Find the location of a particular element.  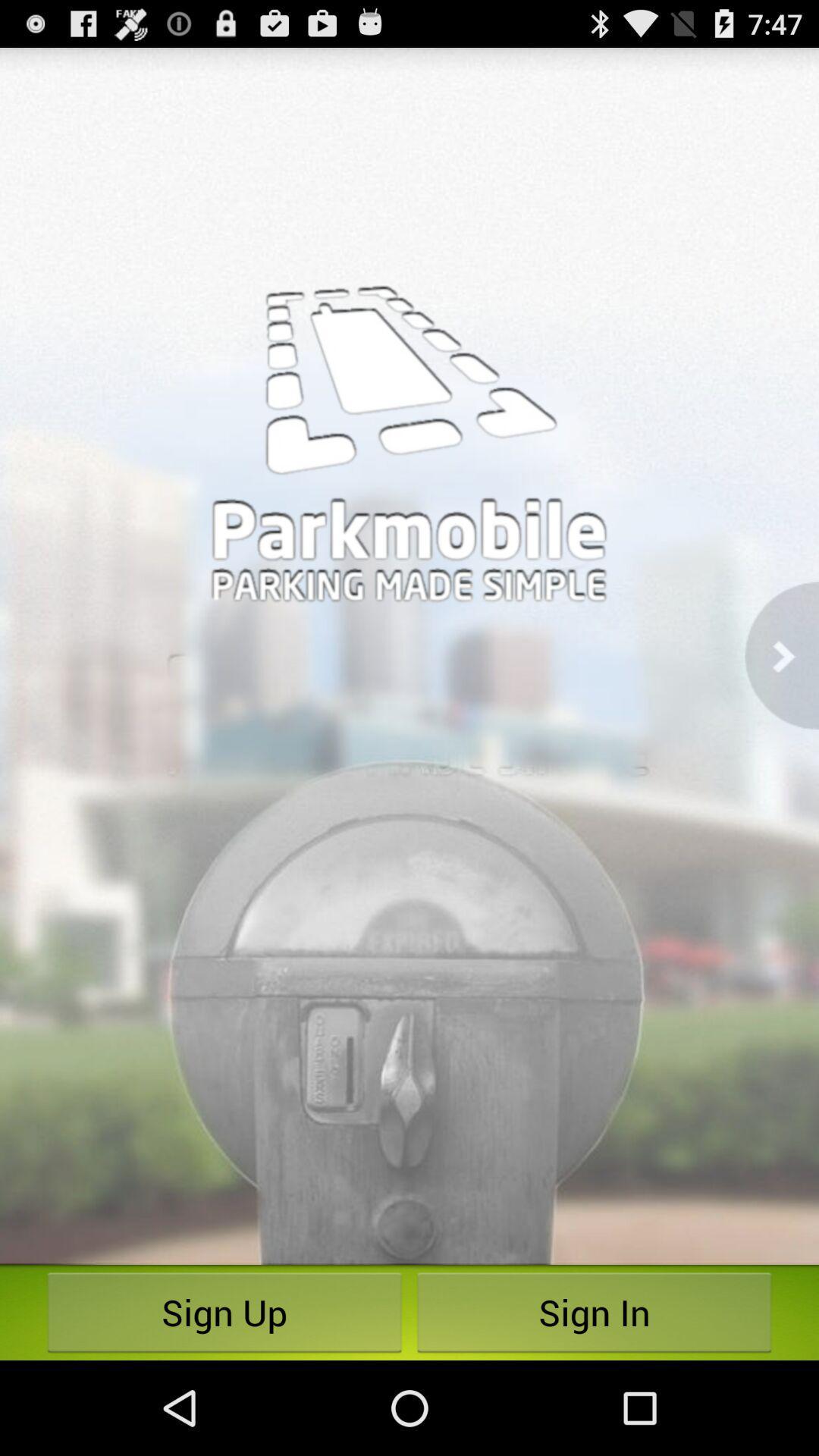

the item next to sign up is located at coordinates (593, 1312).